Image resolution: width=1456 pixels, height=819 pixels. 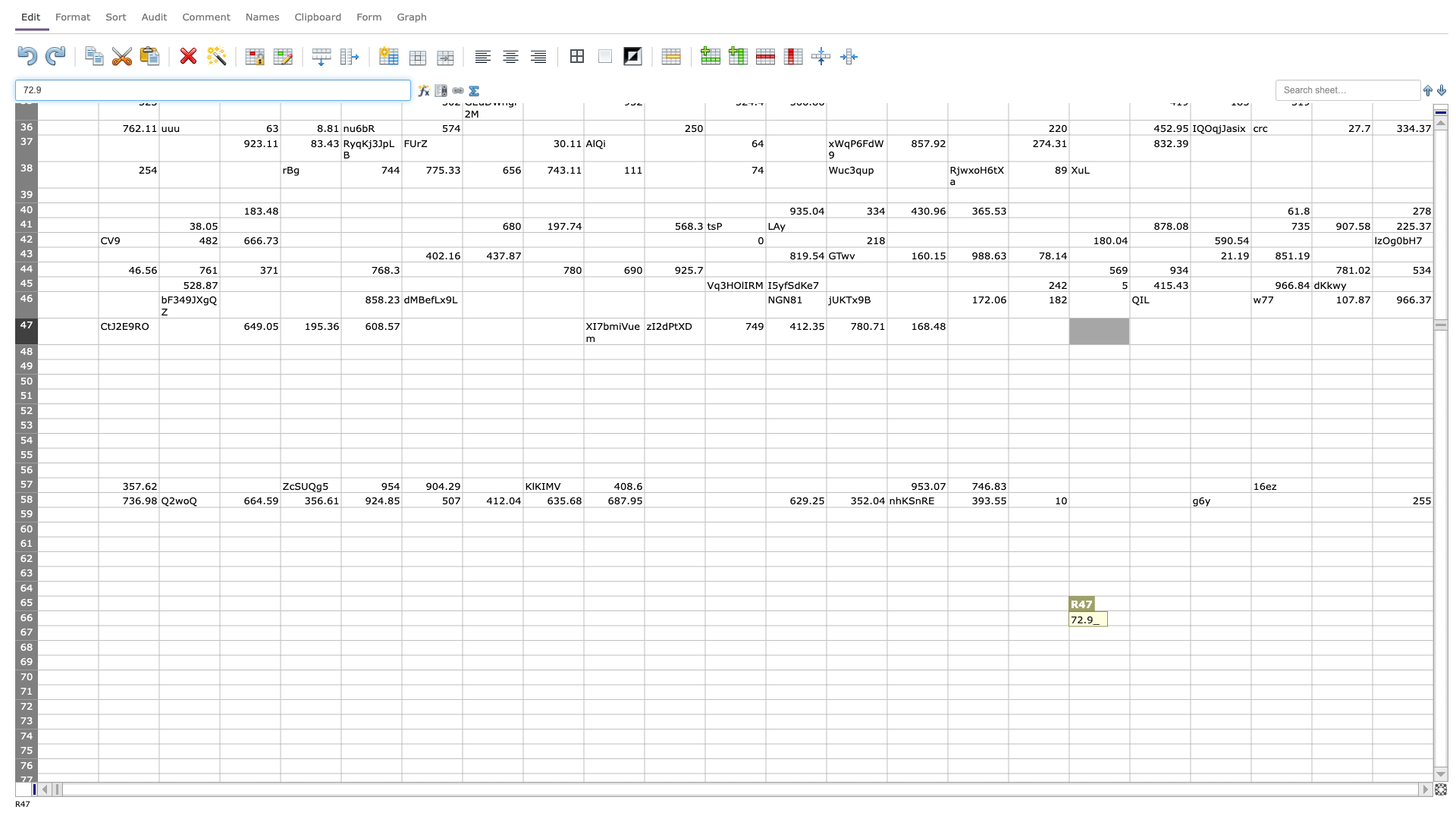 What do you see at coordinates (1189, 640) in the screenshot?
I see `Series fill point of cell S67` at bounding box center [1189, 640].